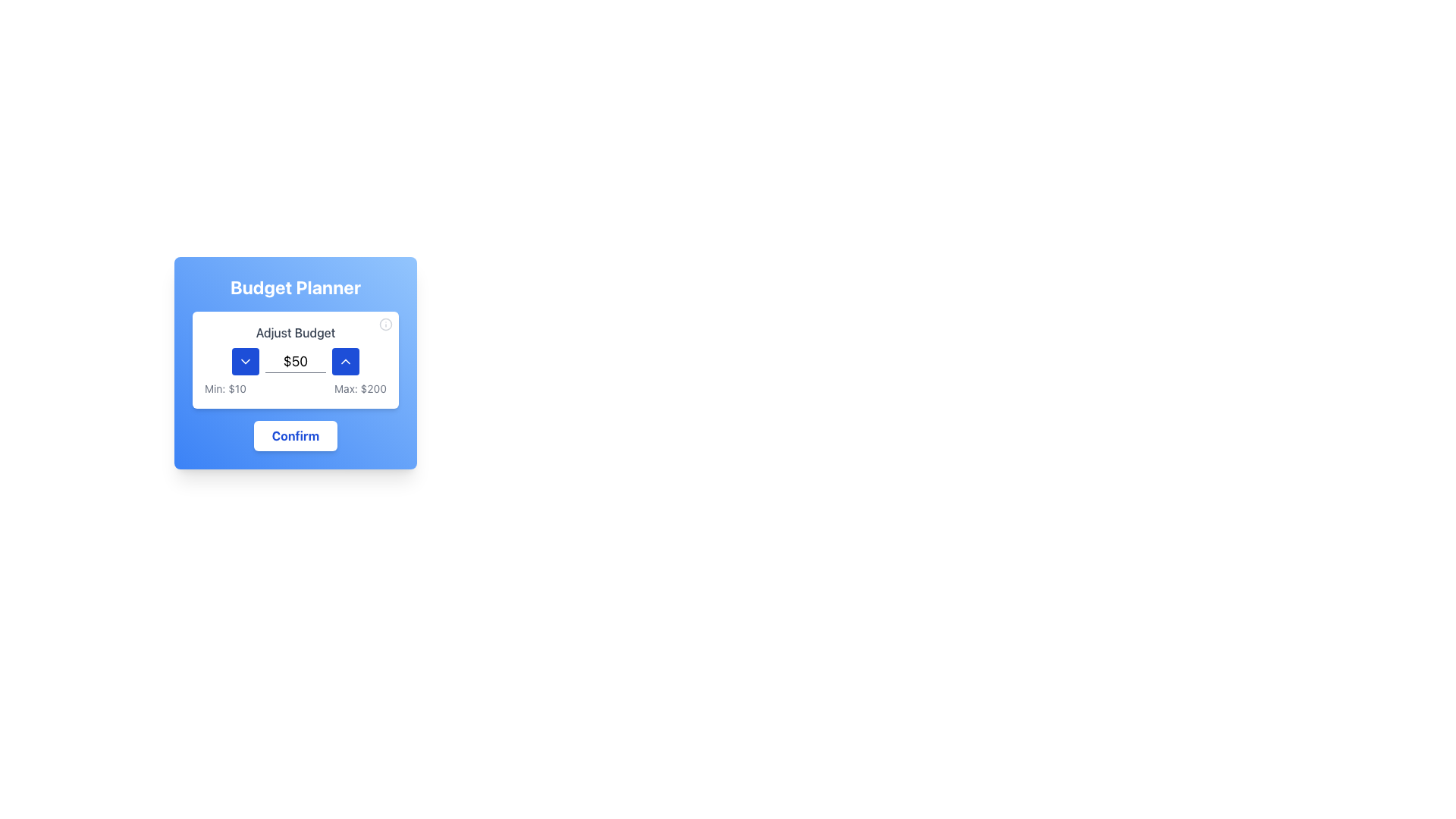 This screenshot has width=1456, height=819. What do you see at coordinates (295, 435) in the screenshot?
I see `the 'Confirm' button at the bottom of the 'Budget Planner' card to observe the hover effects` at bounding box center [295, 435].